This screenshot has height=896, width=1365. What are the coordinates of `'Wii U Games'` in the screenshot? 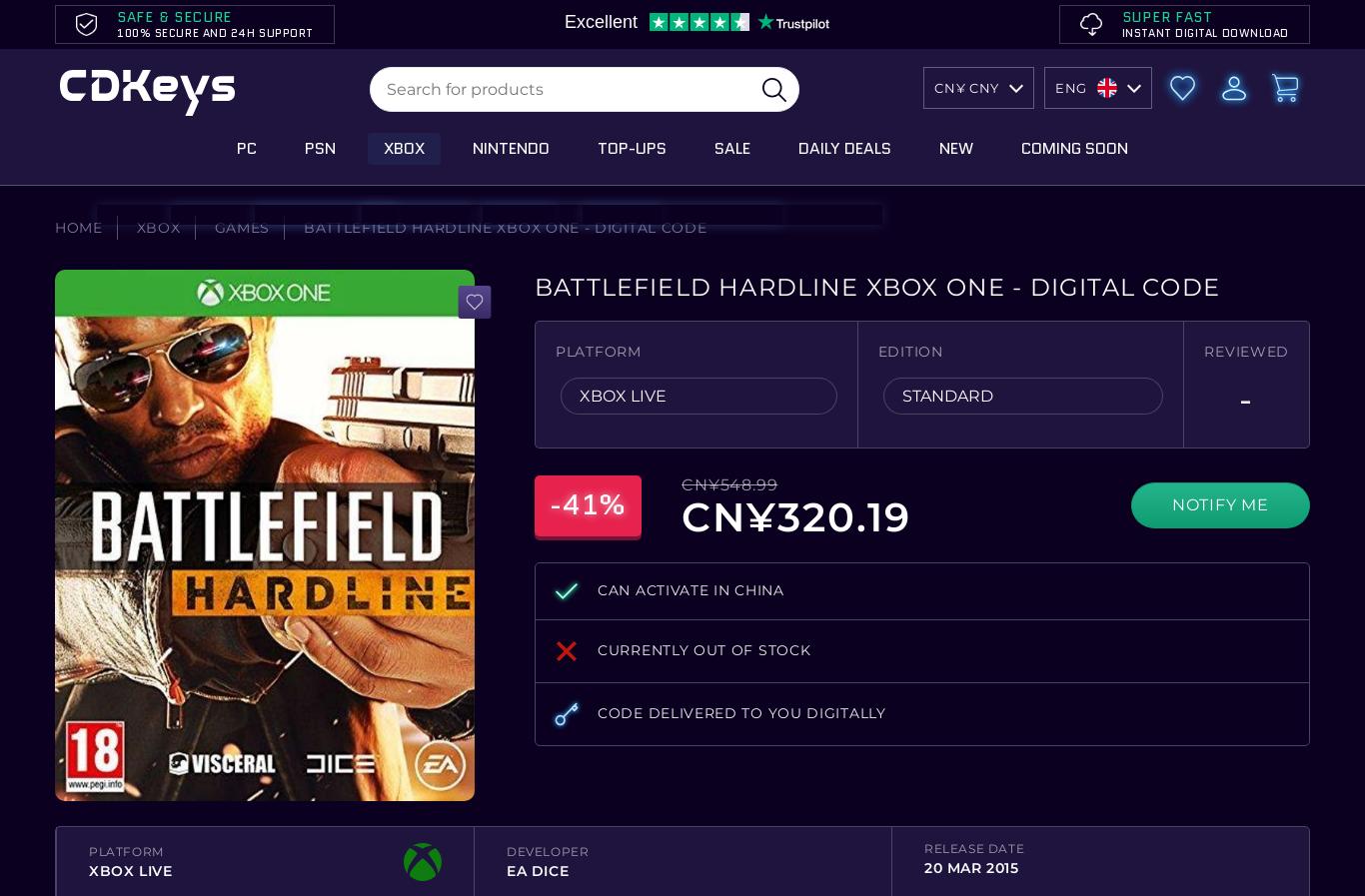 It's located at (427, 275).